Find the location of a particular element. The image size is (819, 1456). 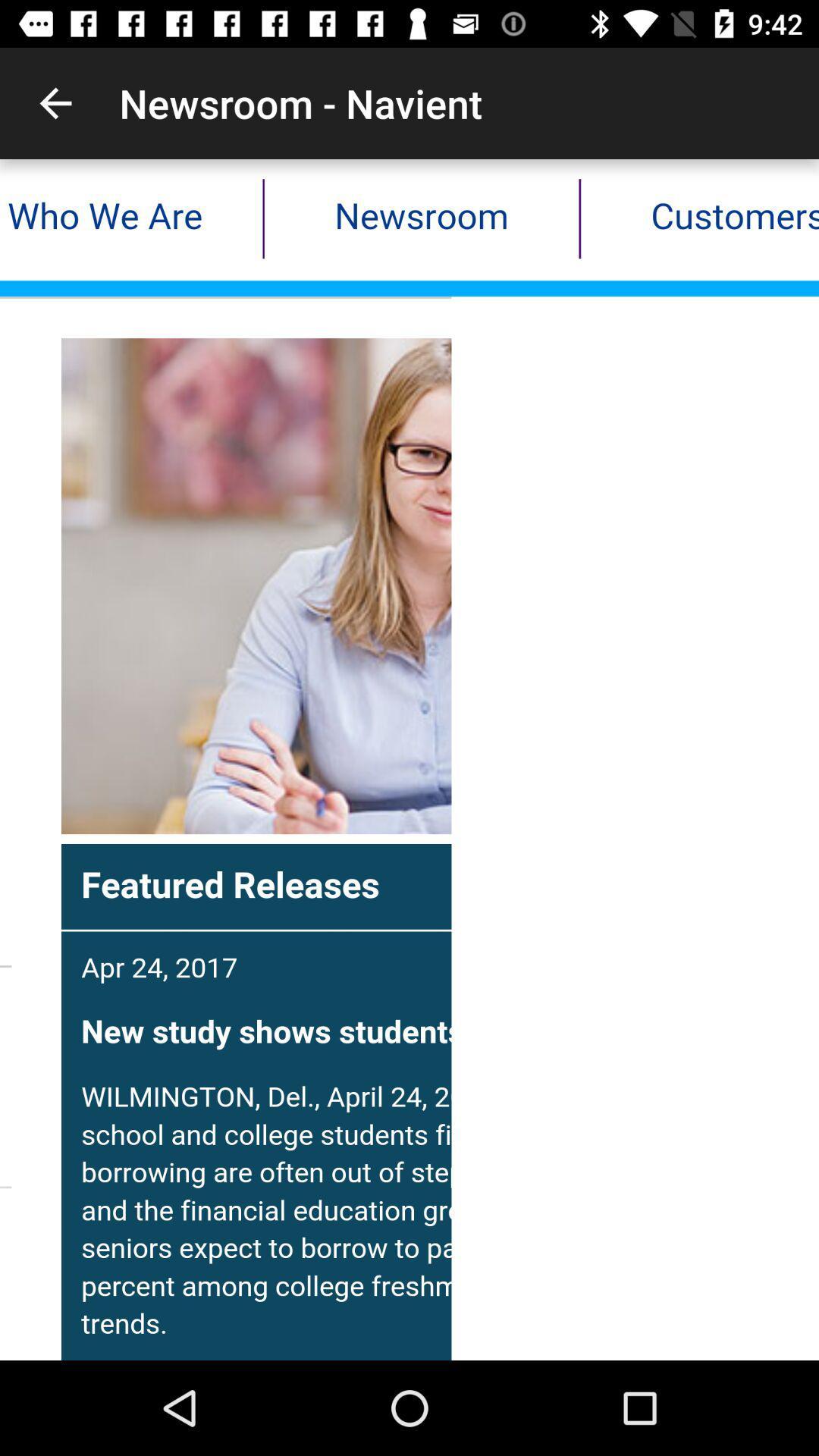

newsroom app news content is located at coordinates (409, 760).